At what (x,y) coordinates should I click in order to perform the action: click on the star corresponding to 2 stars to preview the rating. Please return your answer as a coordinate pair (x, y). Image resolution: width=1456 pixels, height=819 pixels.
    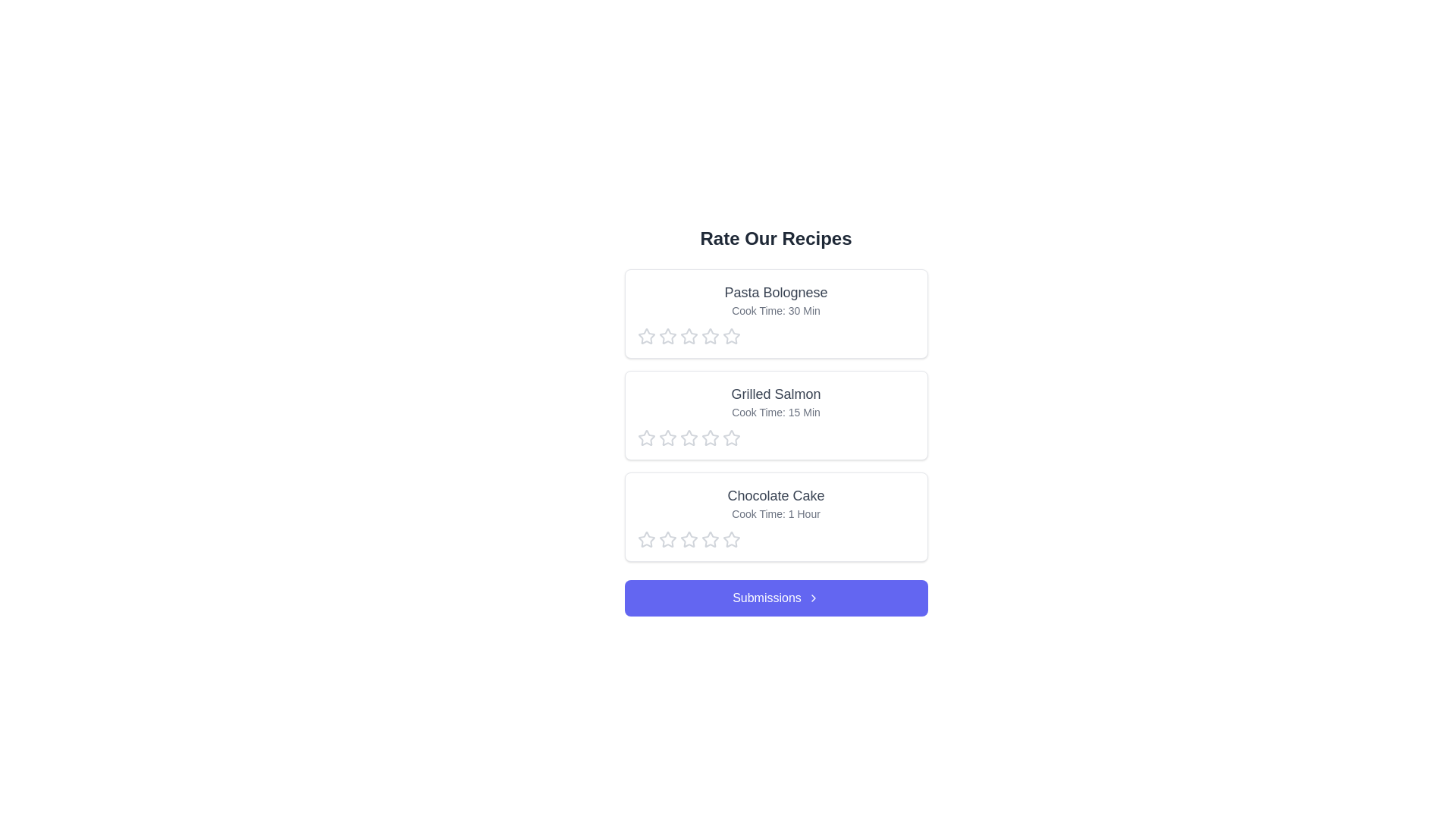
    Looking at the image, I should click on (667, 335).